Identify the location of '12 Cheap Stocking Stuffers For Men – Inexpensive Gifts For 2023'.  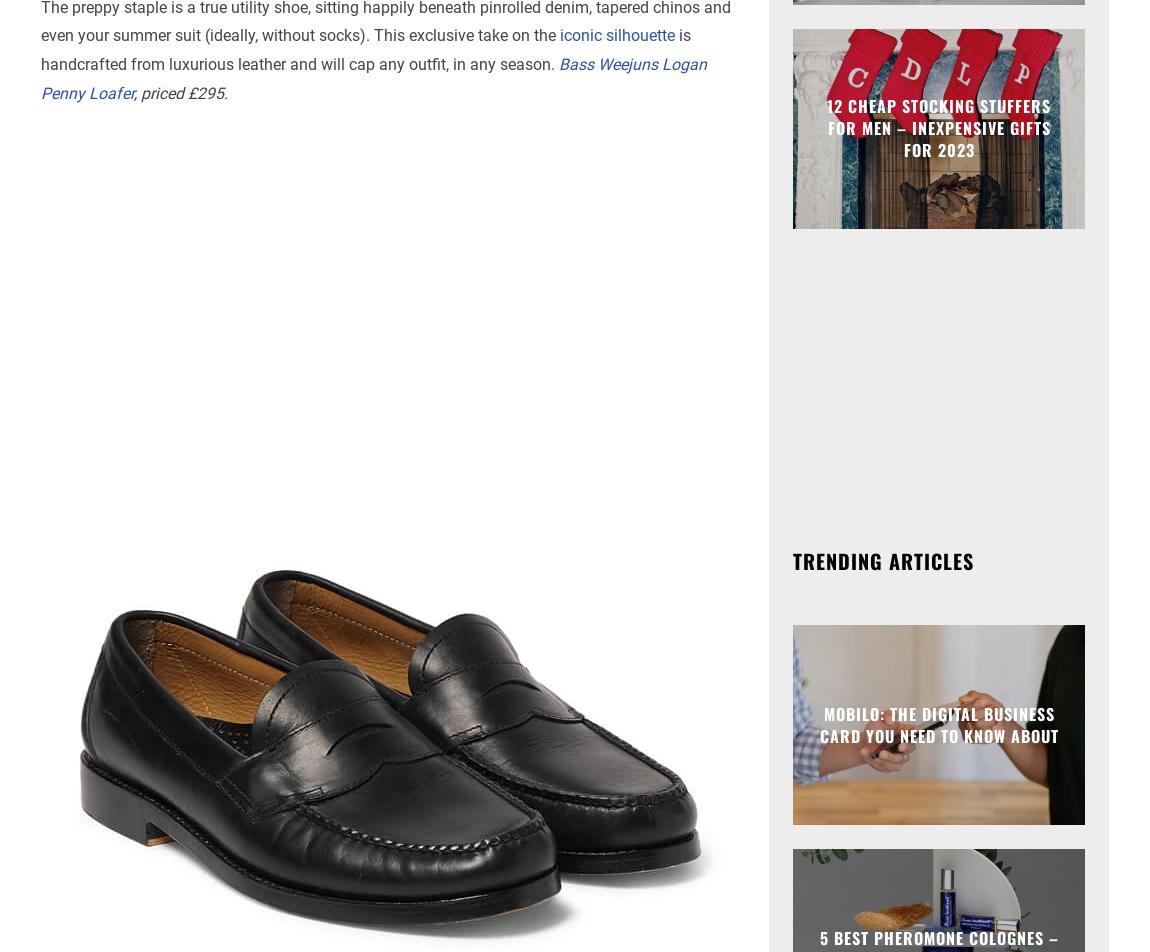
(938, 128).